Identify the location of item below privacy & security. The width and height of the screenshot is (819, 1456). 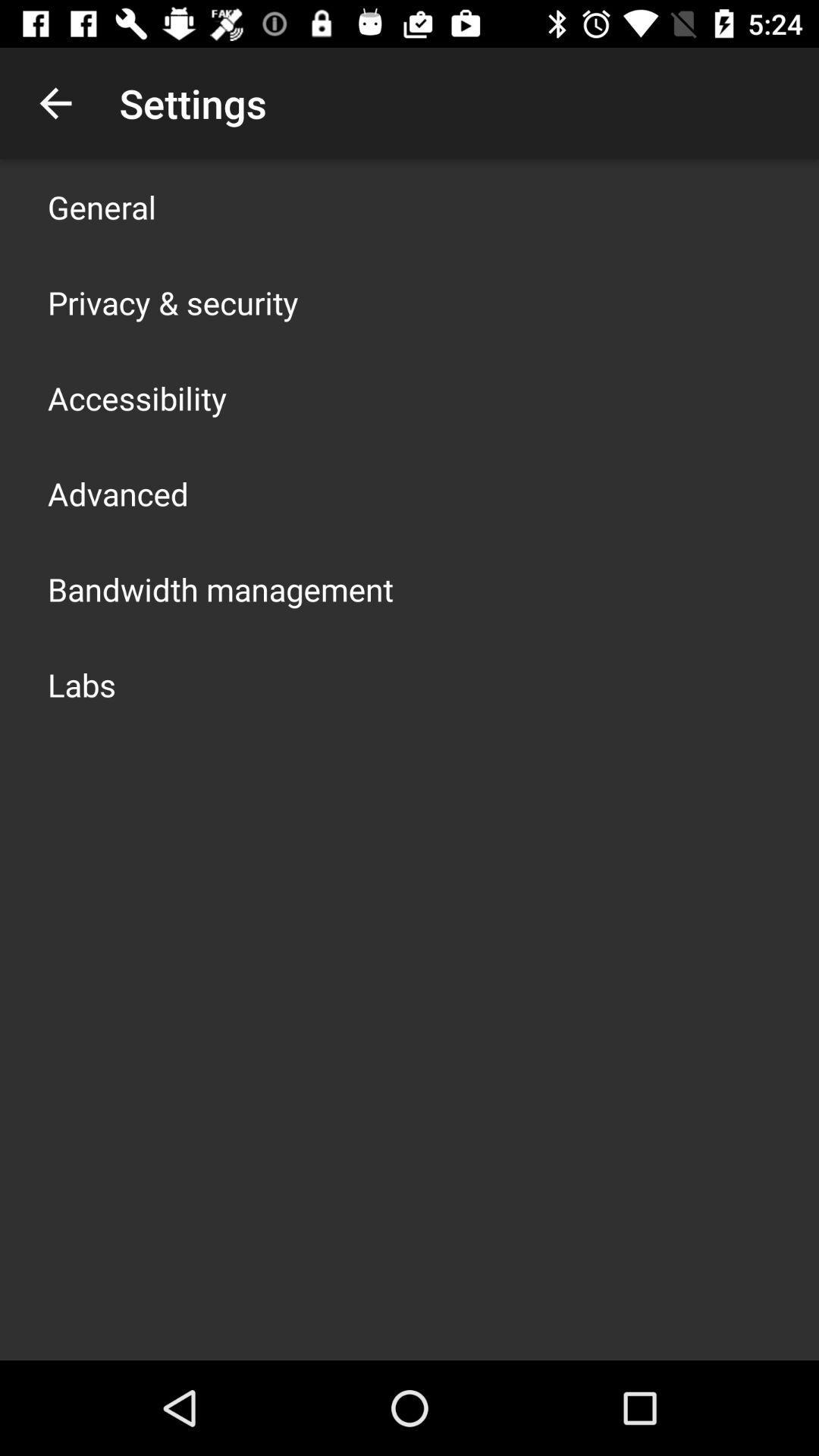
(137, 397).